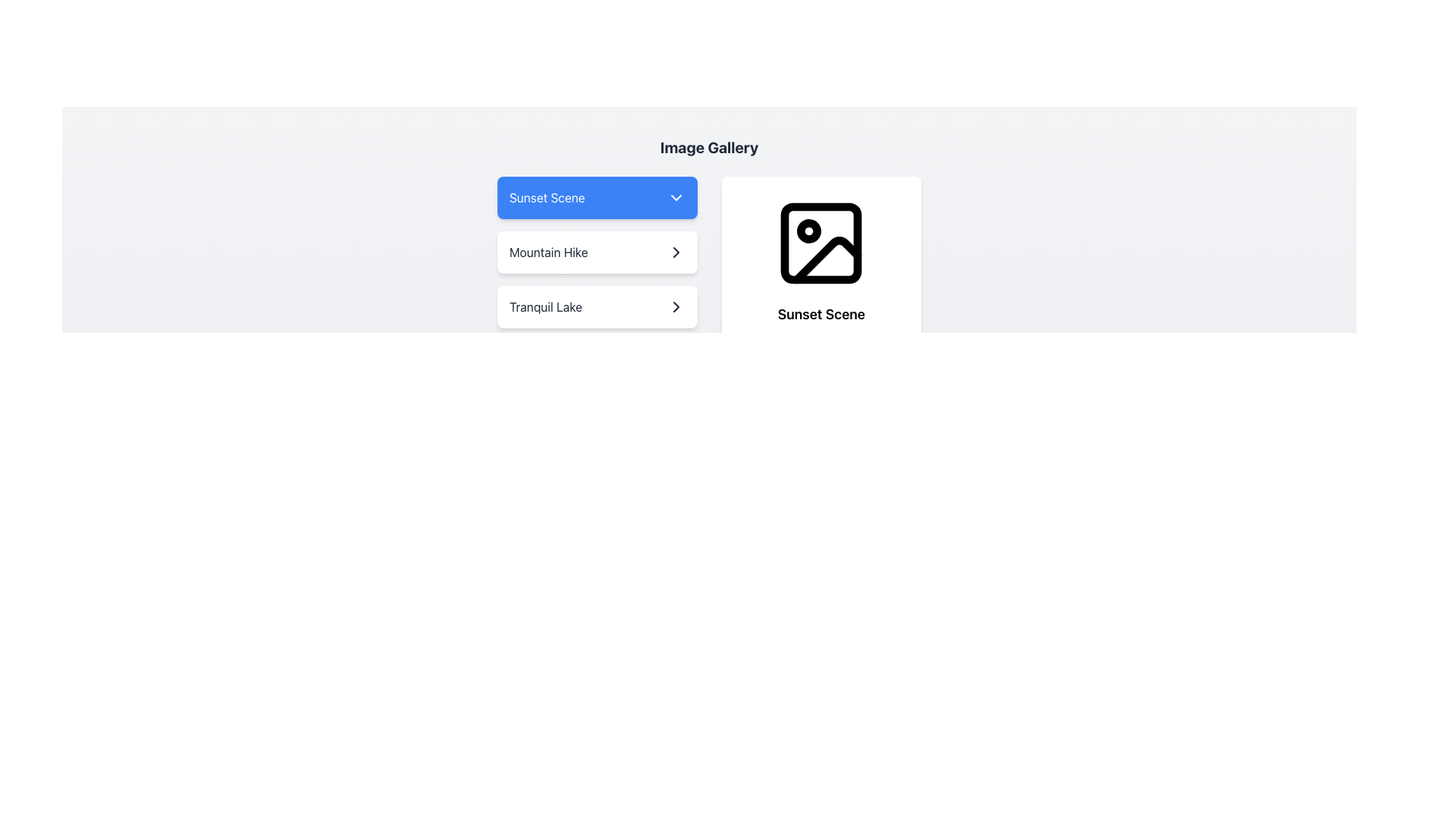 The image size is (1456, 819). Describe the element at coordinates (546, 197) in the screenshot. I see `text content of the label representing the currently selected option in the dropdown menu, which shows 'Sunset Scene.'` at that location.